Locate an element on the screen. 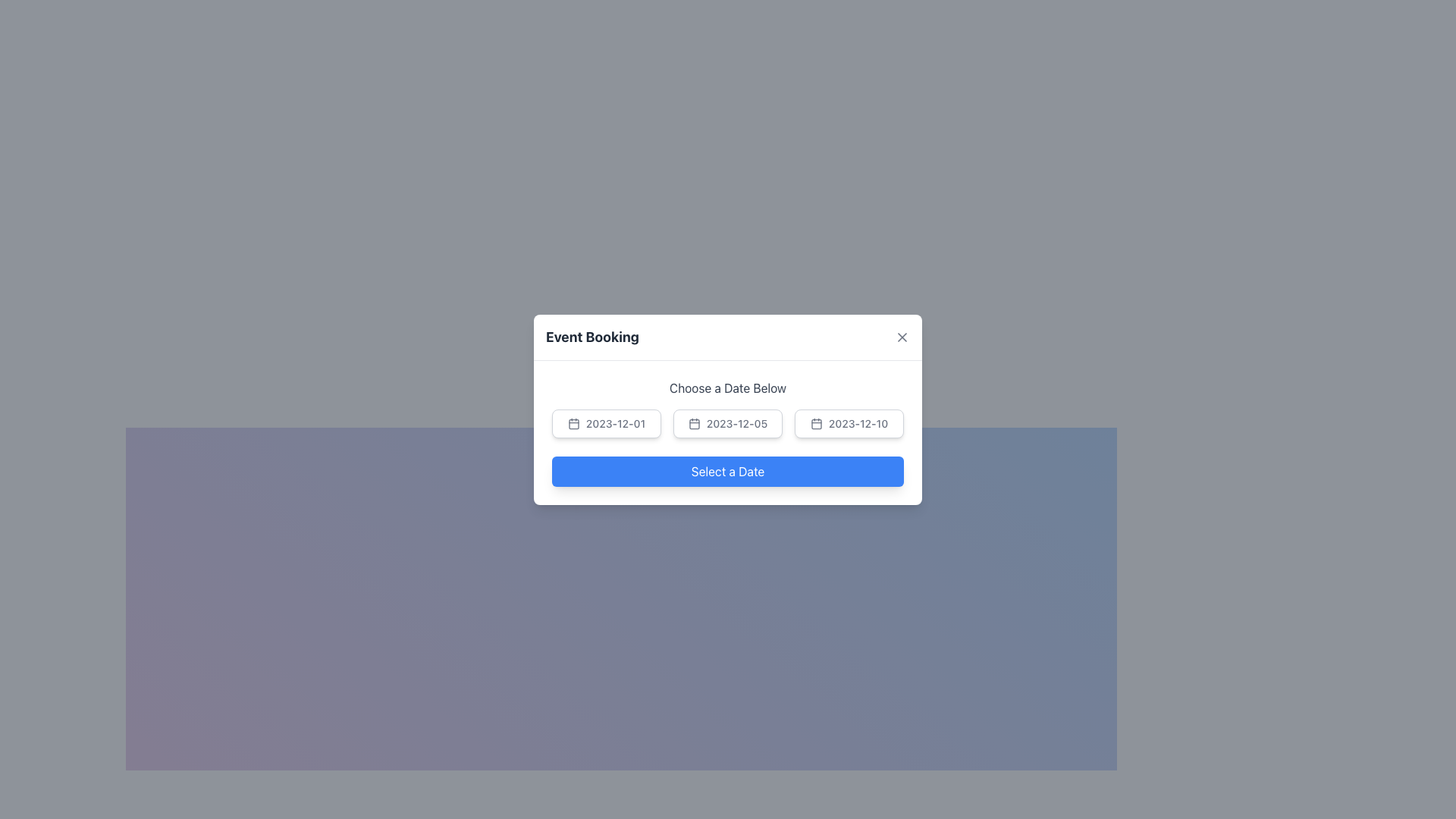 The image size is (1456, 819). the date selection button representing '2023-12-10' in the event booking interface for further navigation is located at coordinates (815, 424).